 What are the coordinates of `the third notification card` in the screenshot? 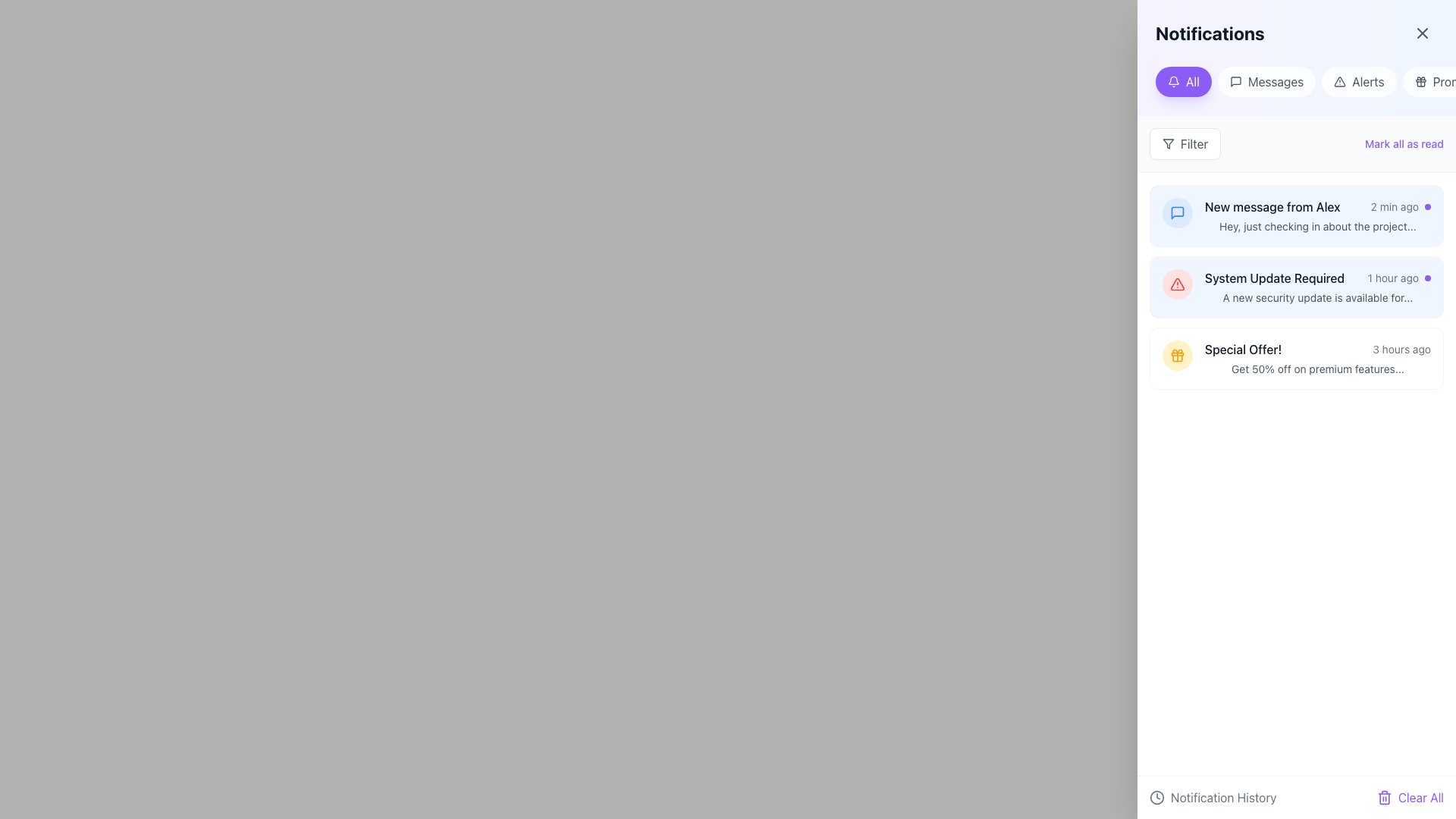 It's located at (1295, 359).